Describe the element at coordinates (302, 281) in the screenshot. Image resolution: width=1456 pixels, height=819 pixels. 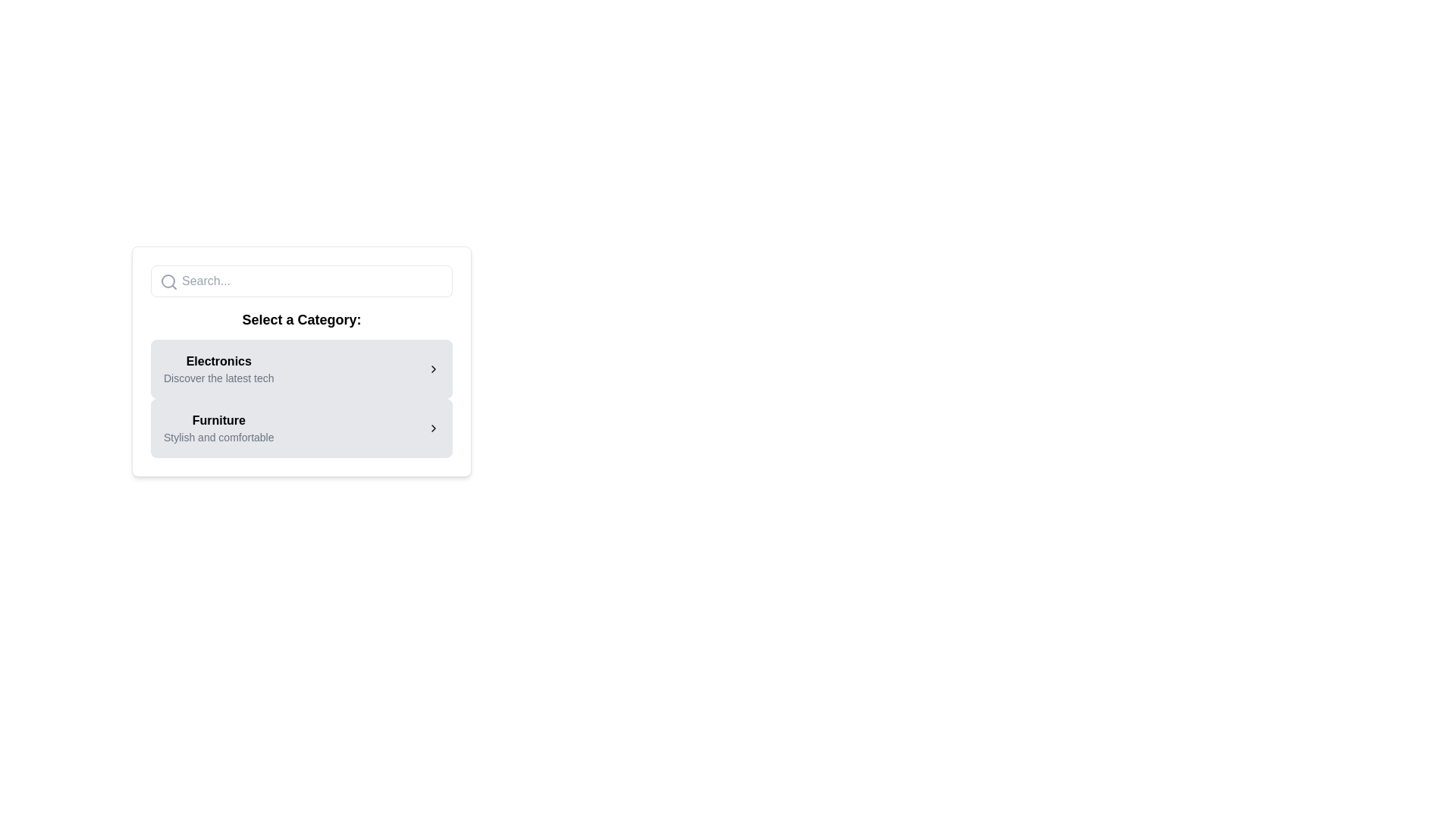
I see `to select text within the search text input field that has a rounded border and a placeholder text 'Search...' located above the header 'Select a Category:'` at that location.